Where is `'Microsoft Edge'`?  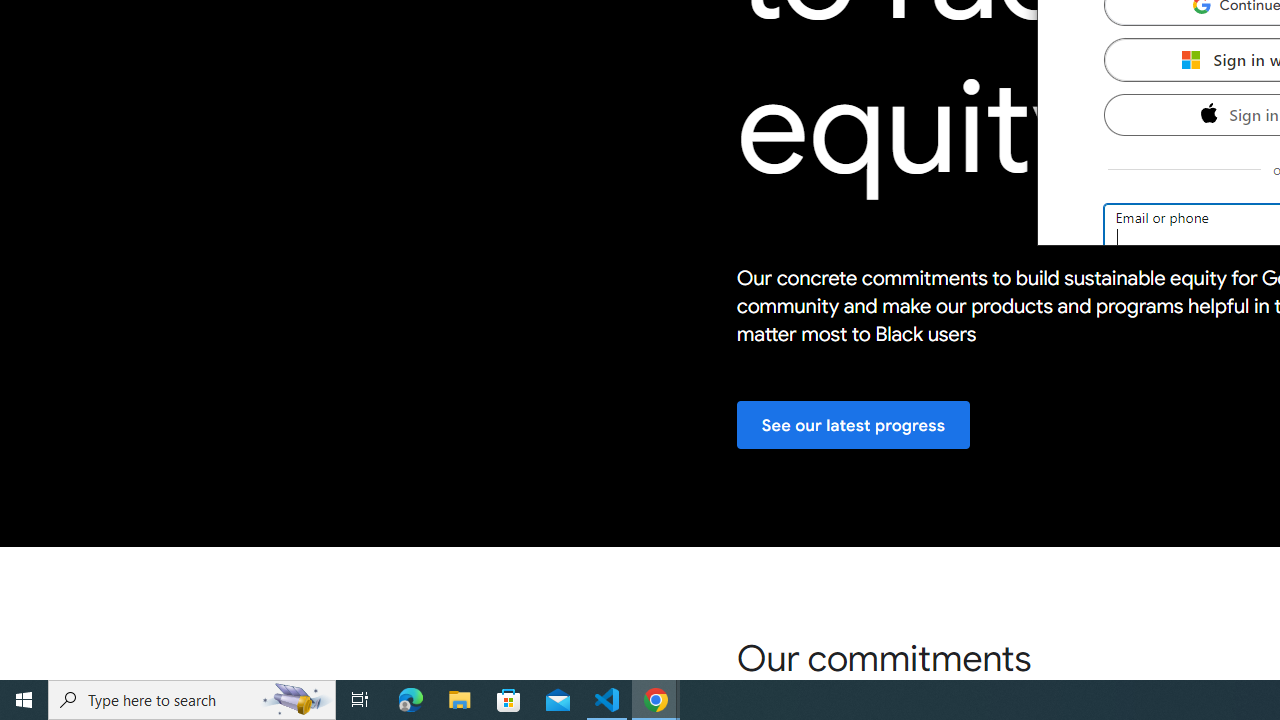 'Microsoft Edge' is located at coordinates (410, 698).